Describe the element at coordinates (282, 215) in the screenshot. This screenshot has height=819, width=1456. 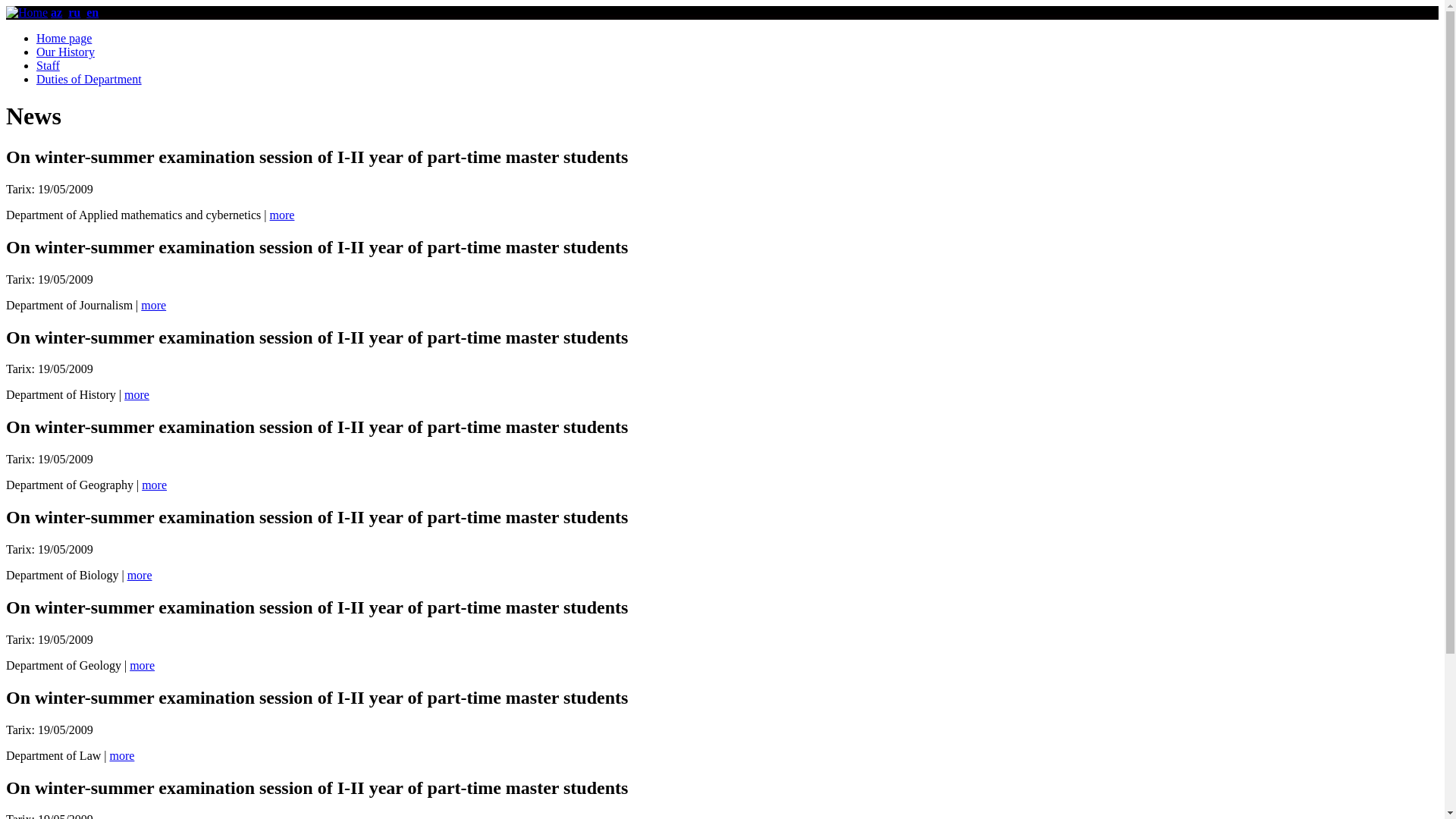
I see `'more'` at that location.